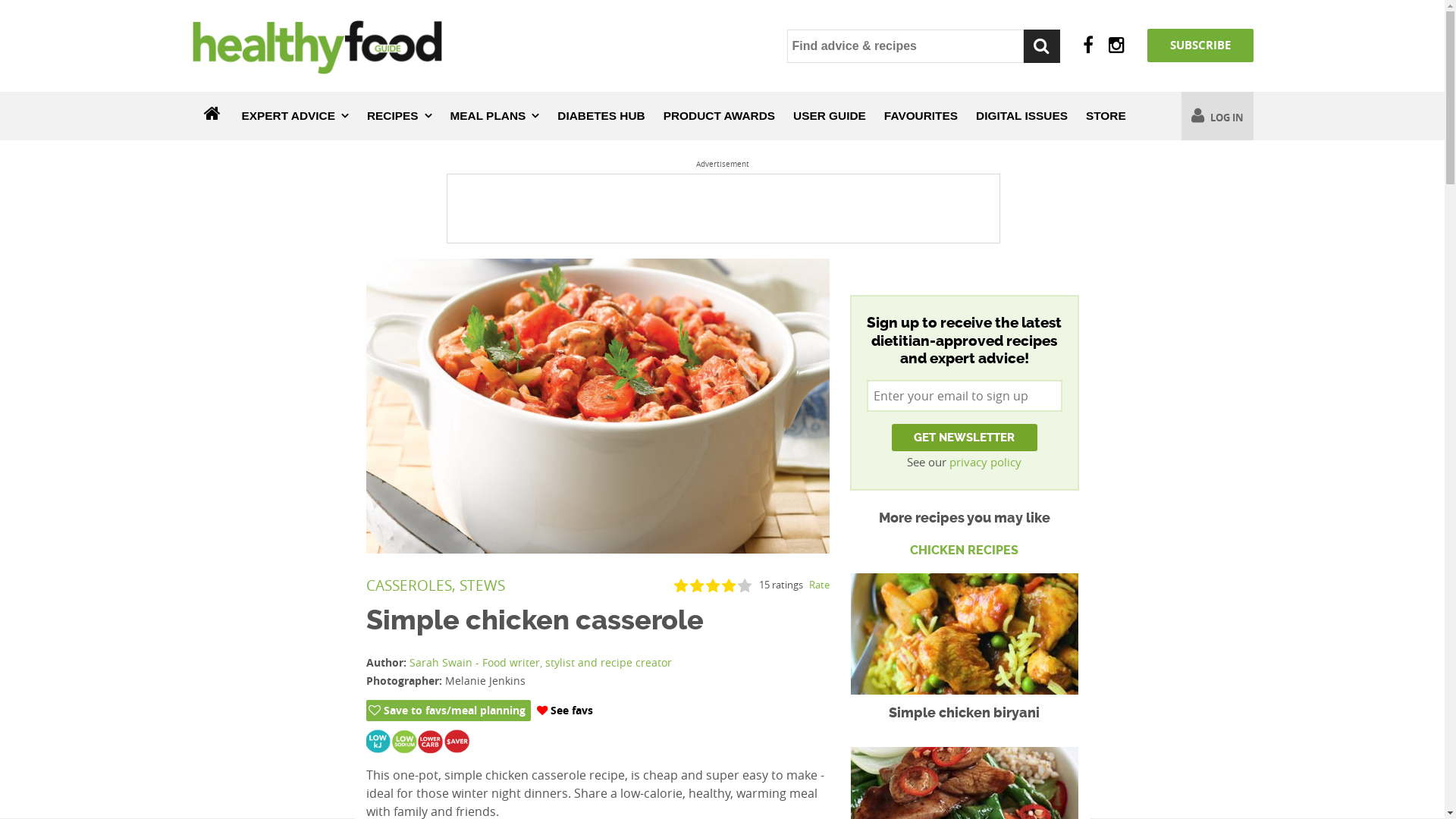 The height and width of the screenshot is (819, 1456). I want to click on 'USER GUIDE', so click(829, 115).